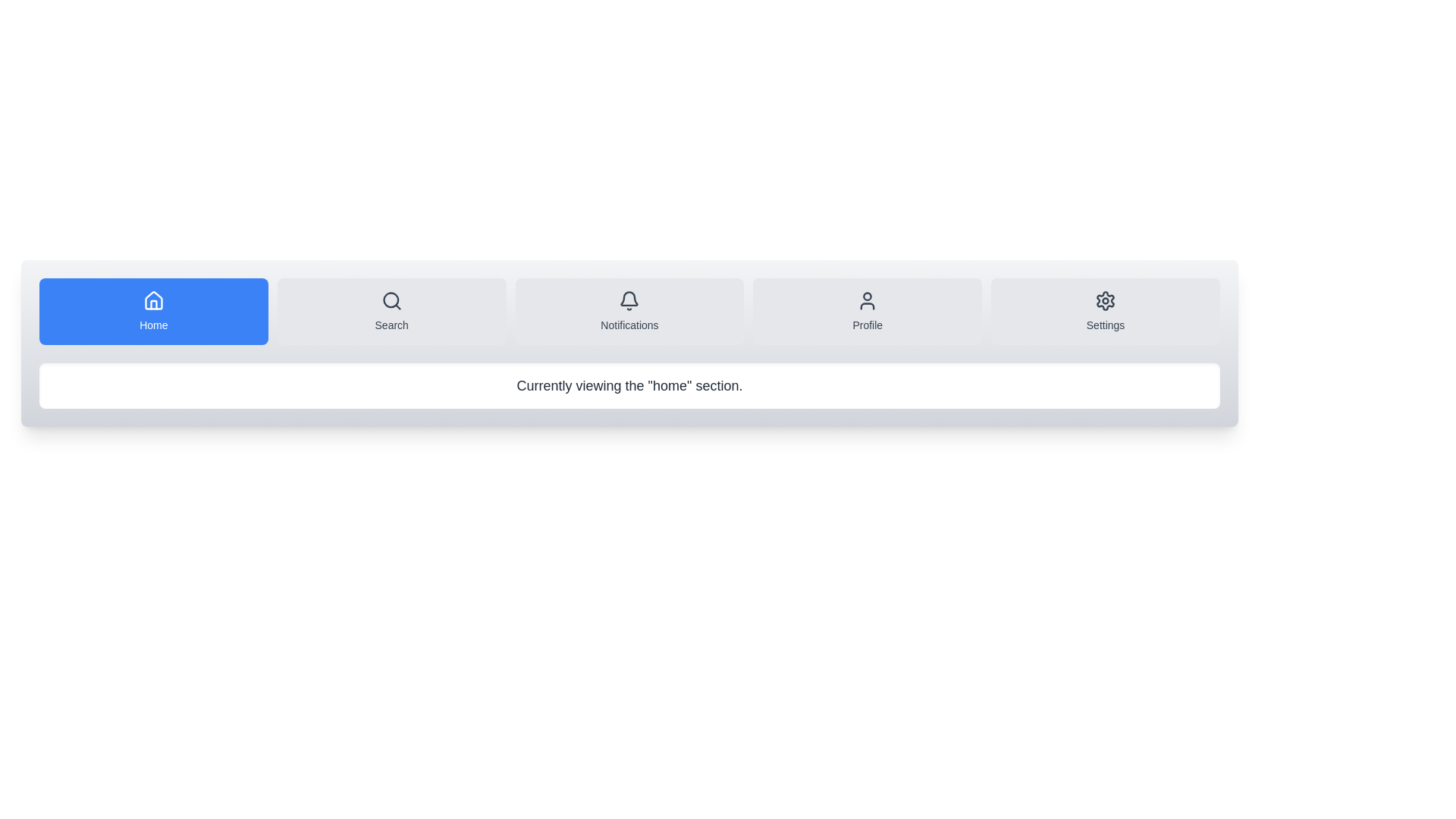 The height and width of the screenshot is (819, 1456). What do you see at coordinates (391, 301) in the screenshot?
I see `the magnifying glass icon located in the 'Search' section of the navigation bar, which is represented by a dark gray color against a light gray background` at bounding box center [391, 301].